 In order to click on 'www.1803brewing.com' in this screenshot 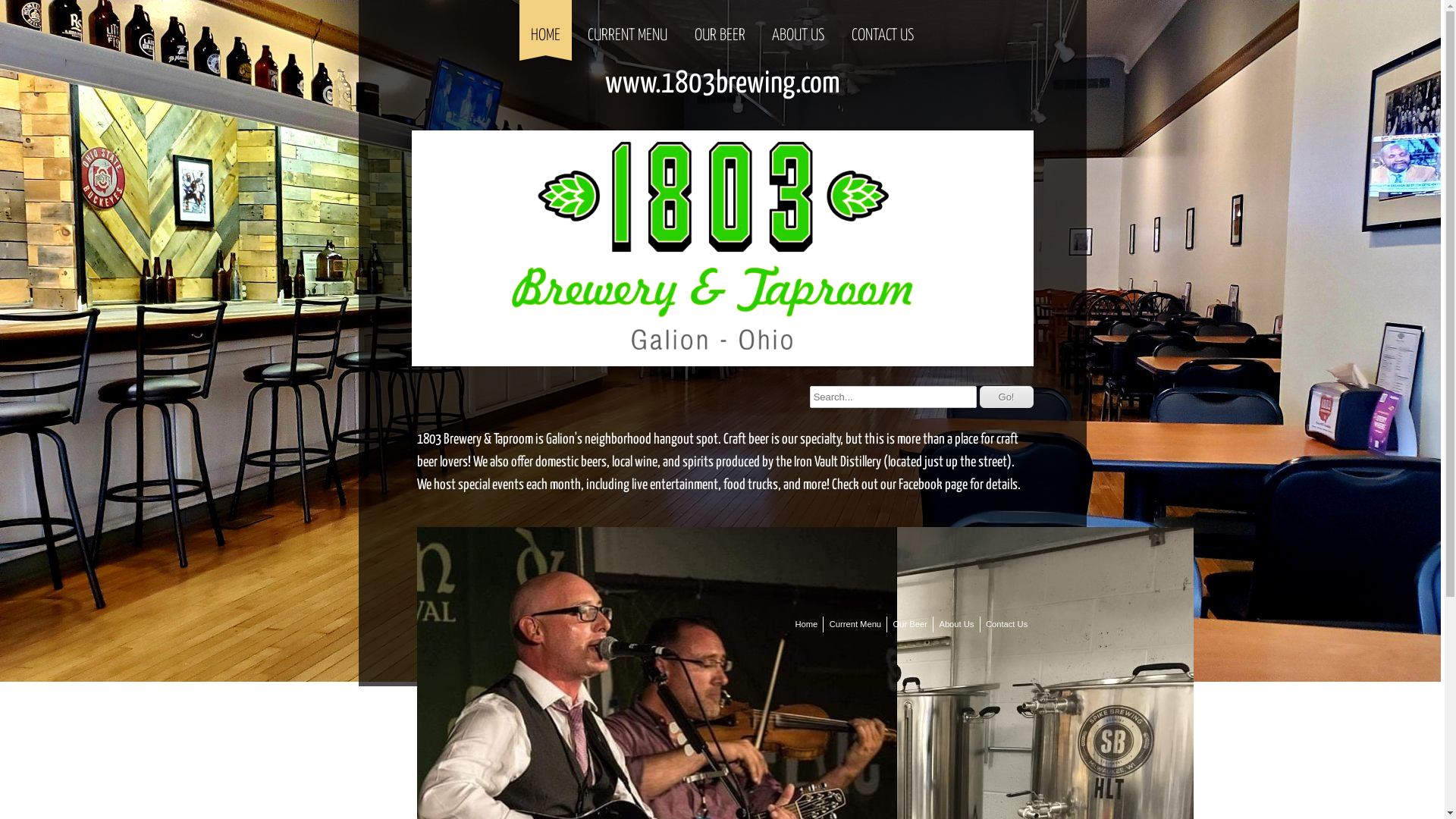, I will do `click(722, 83)`.